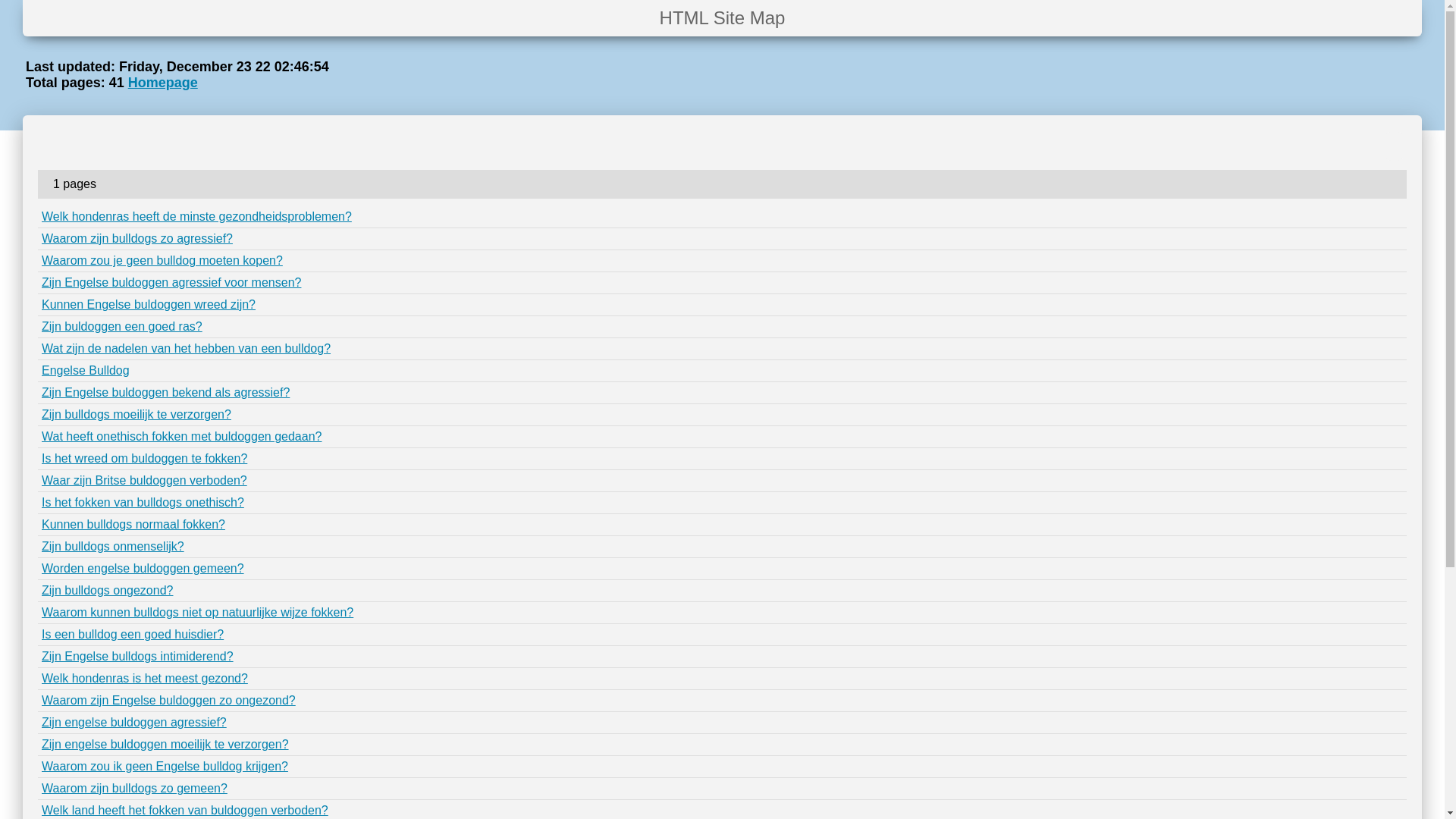  What do you see at coordinates (163, 82) in the screenshot?
I see `'Homepage'` at bounding box center [163, 82].